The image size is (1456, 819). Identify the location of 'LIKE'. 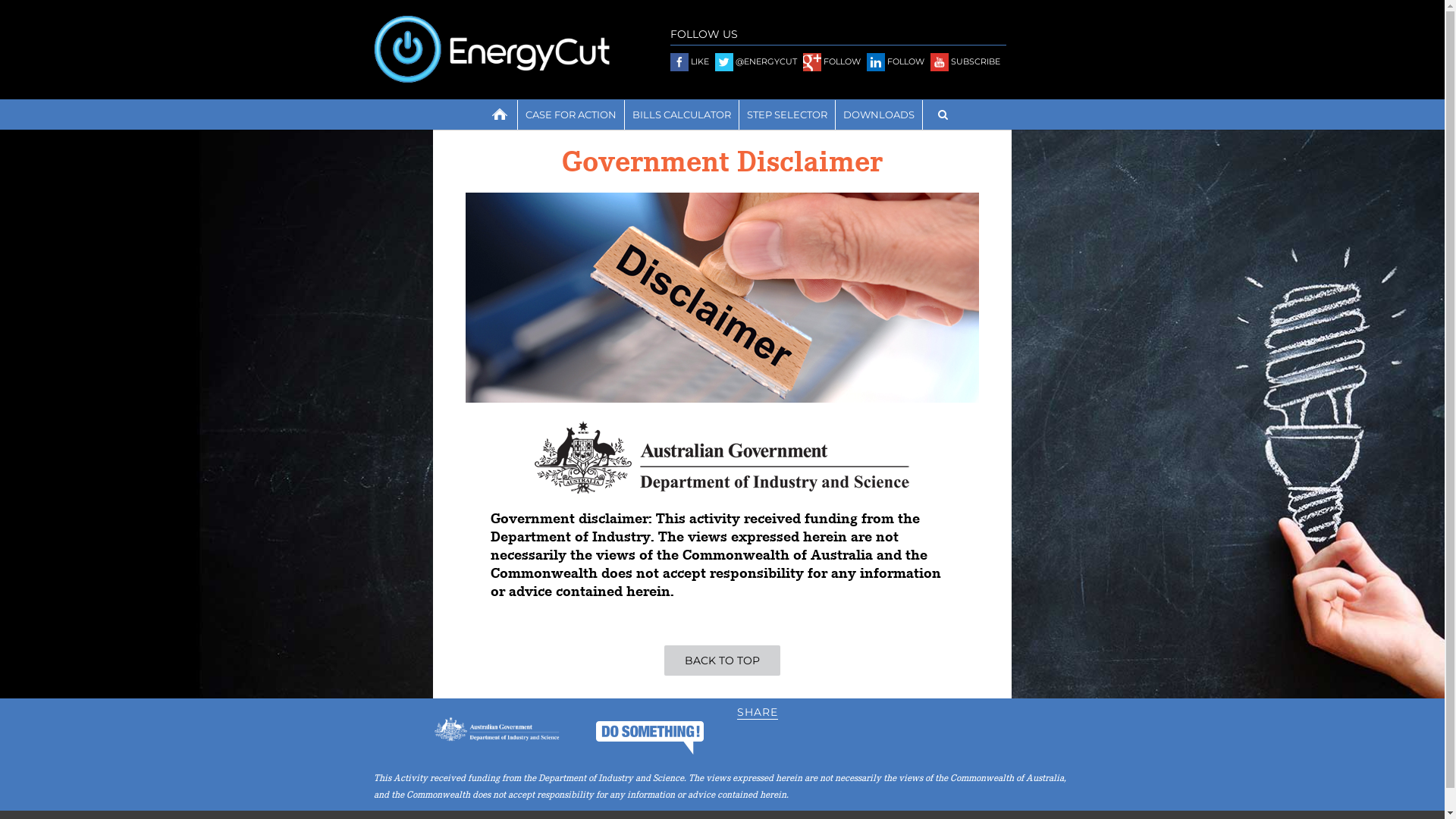
(689, 61).